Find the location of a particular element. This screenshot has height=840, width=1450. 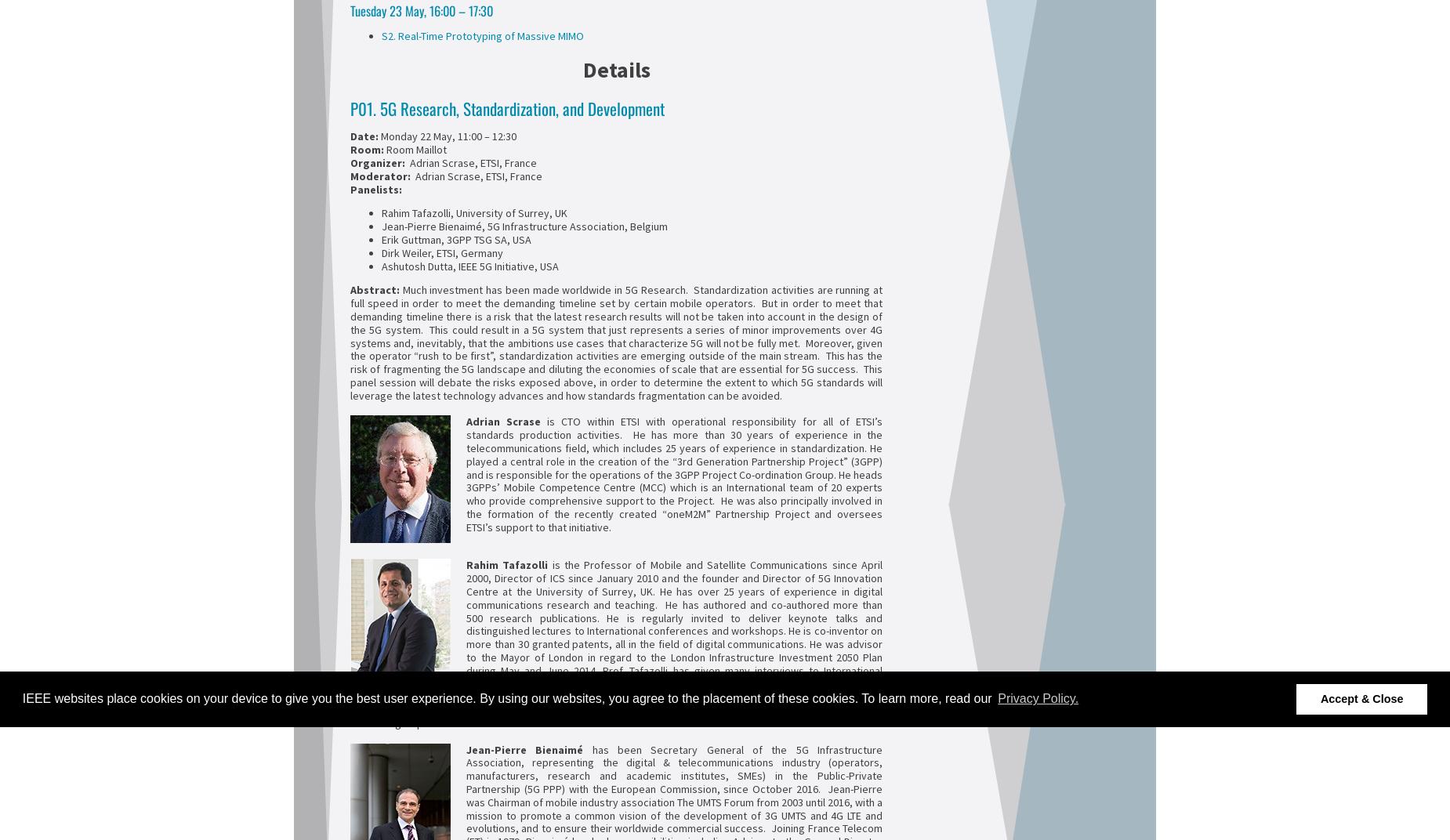

'Jean-Pierre Bienaimé' is located at coordinates (466, 748).